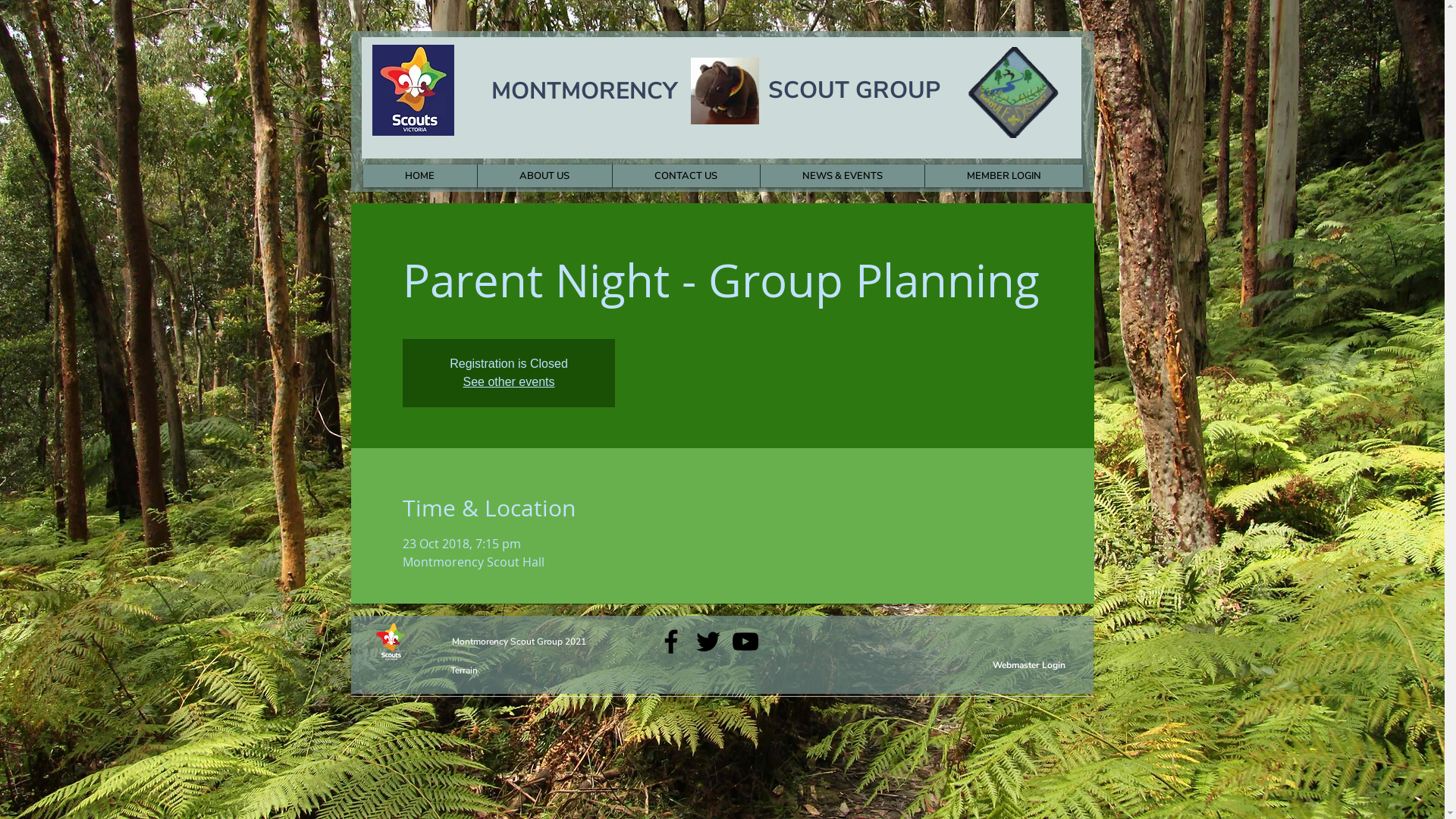 This screenshot has height=819, width=1456. What do you see at coordinates (419, 174) in the screenshot?
I see `'HOME'` at bounding box center [419, 174].